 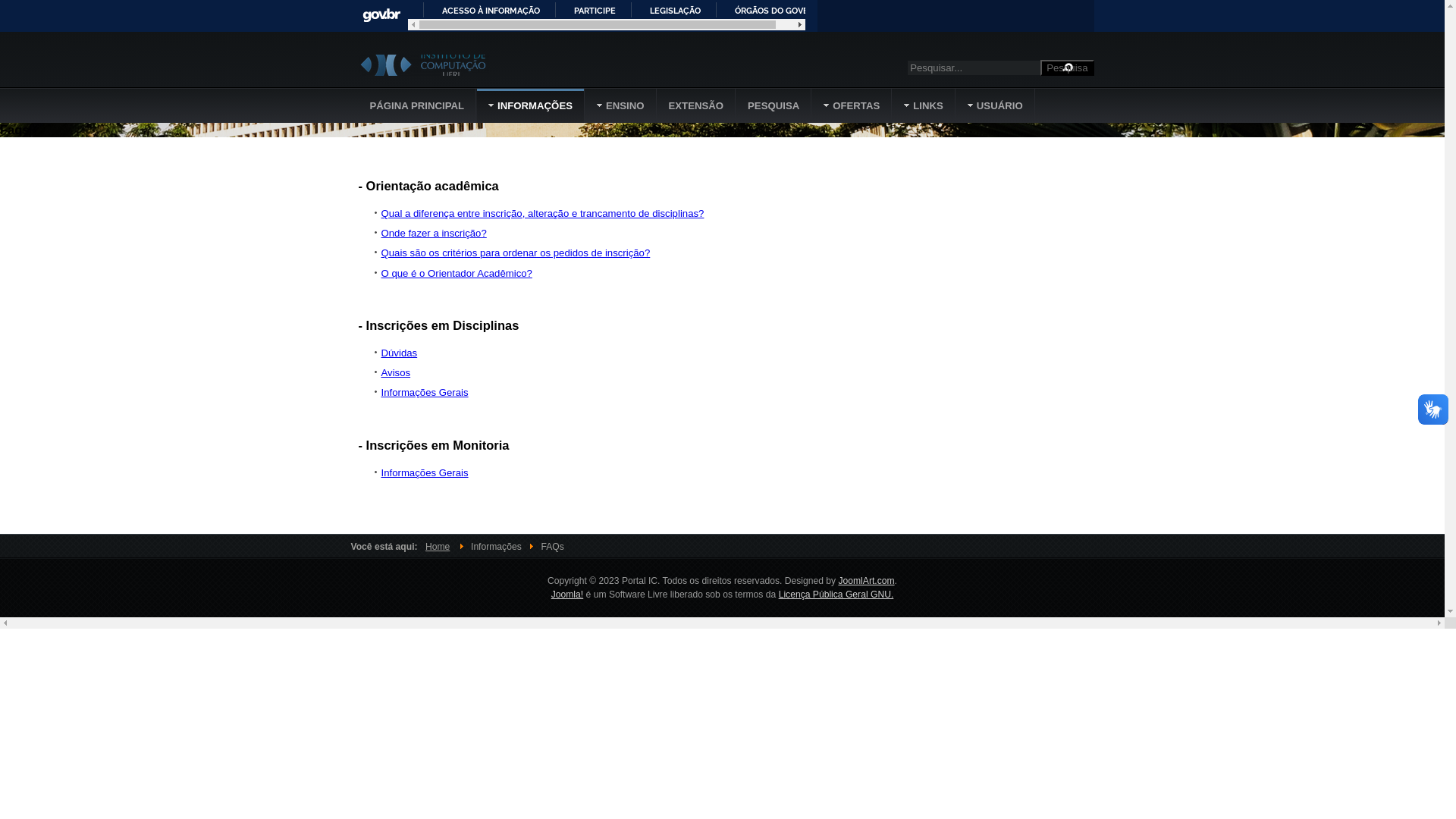 I want to click on 'JoomlArt.com', so click(x=866, y=580).